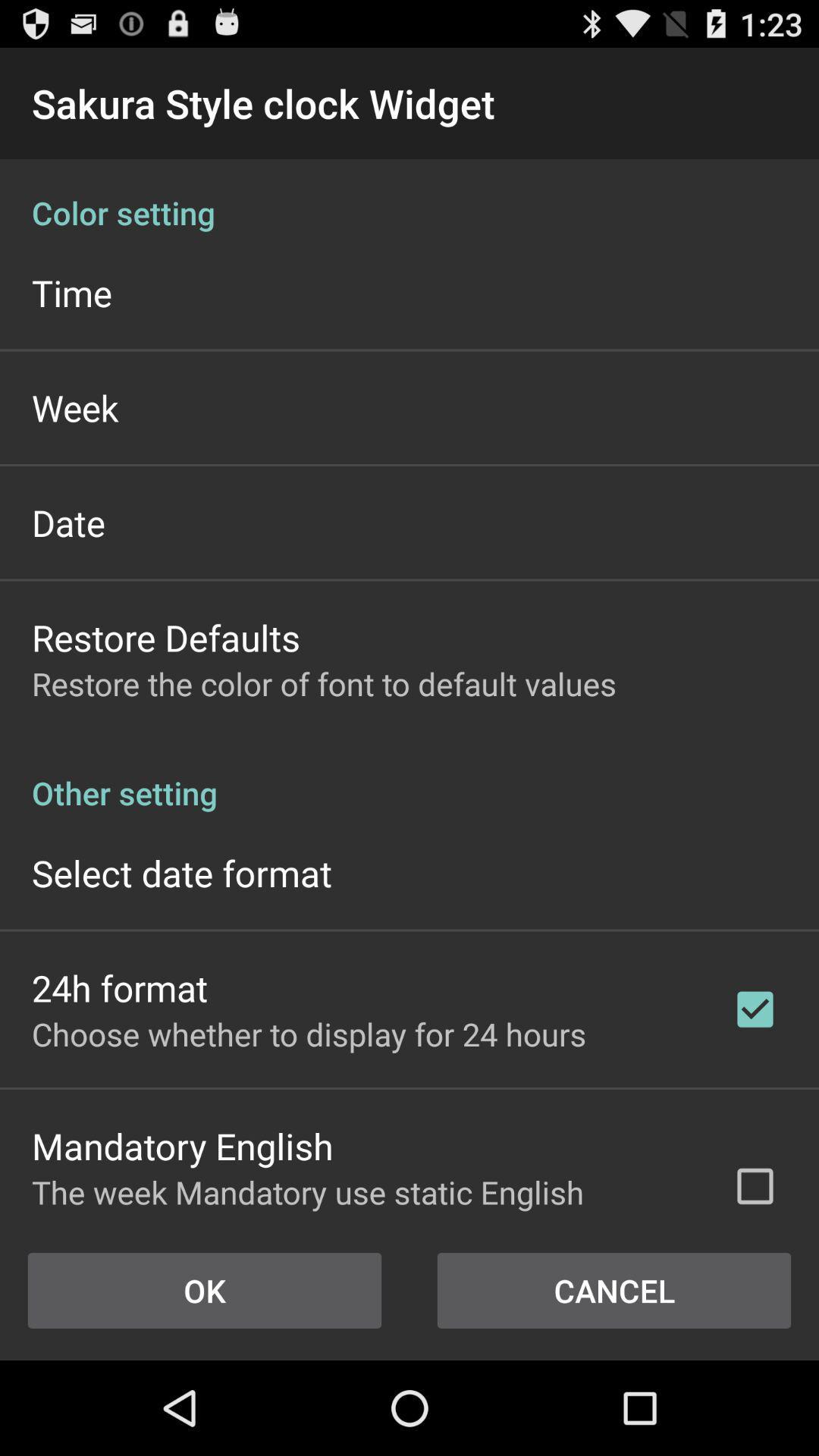 The image size is (819, 1456). What do you see at coordinates (614, 1290) in the screenshot?
I see `the cancel icon` at bounding box center [614, 1290].